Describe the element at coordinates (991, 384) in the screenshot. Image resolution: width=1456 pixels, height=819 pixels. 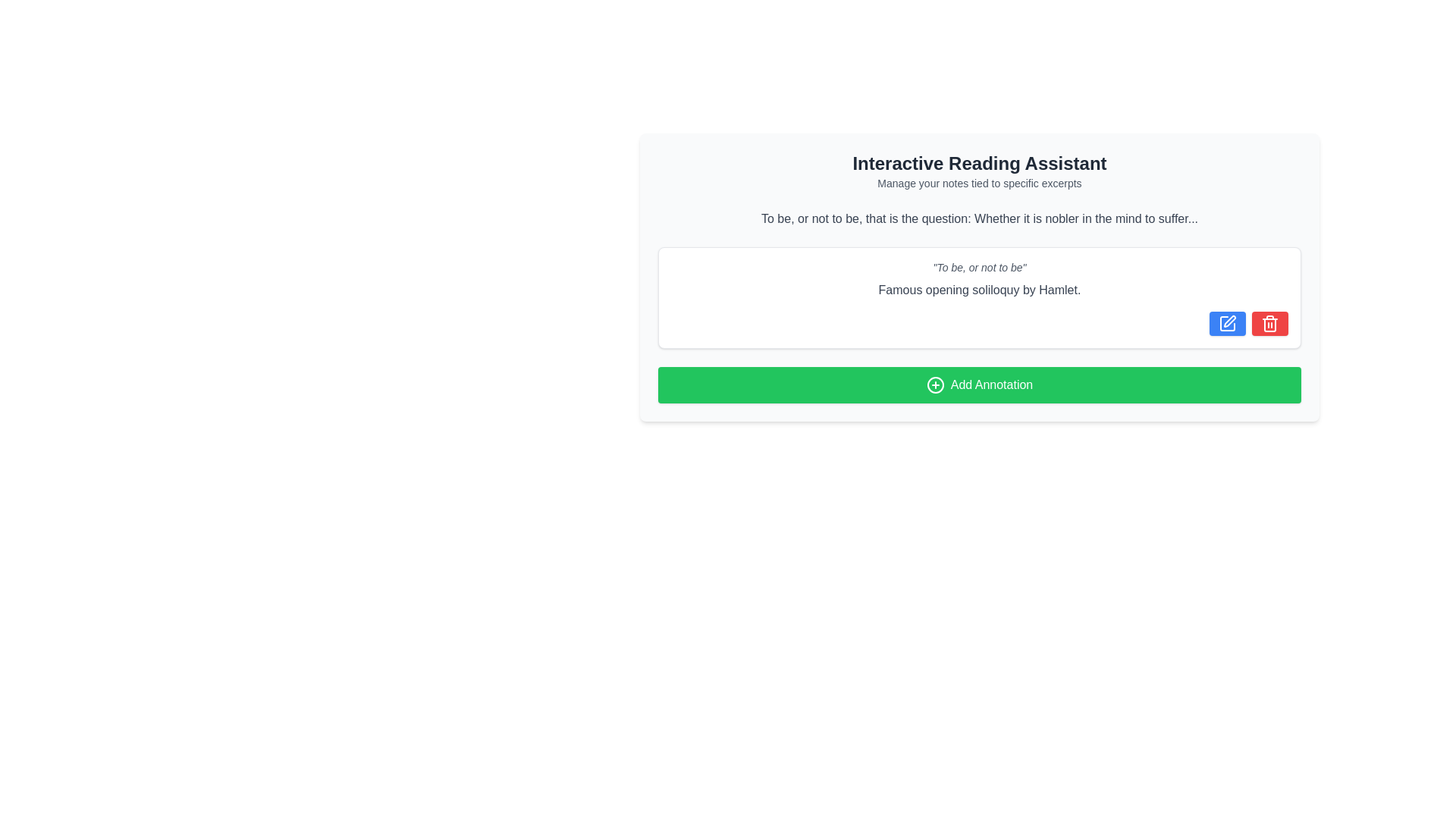
I see `the text label within the green button located centrally in the interface` at that location.